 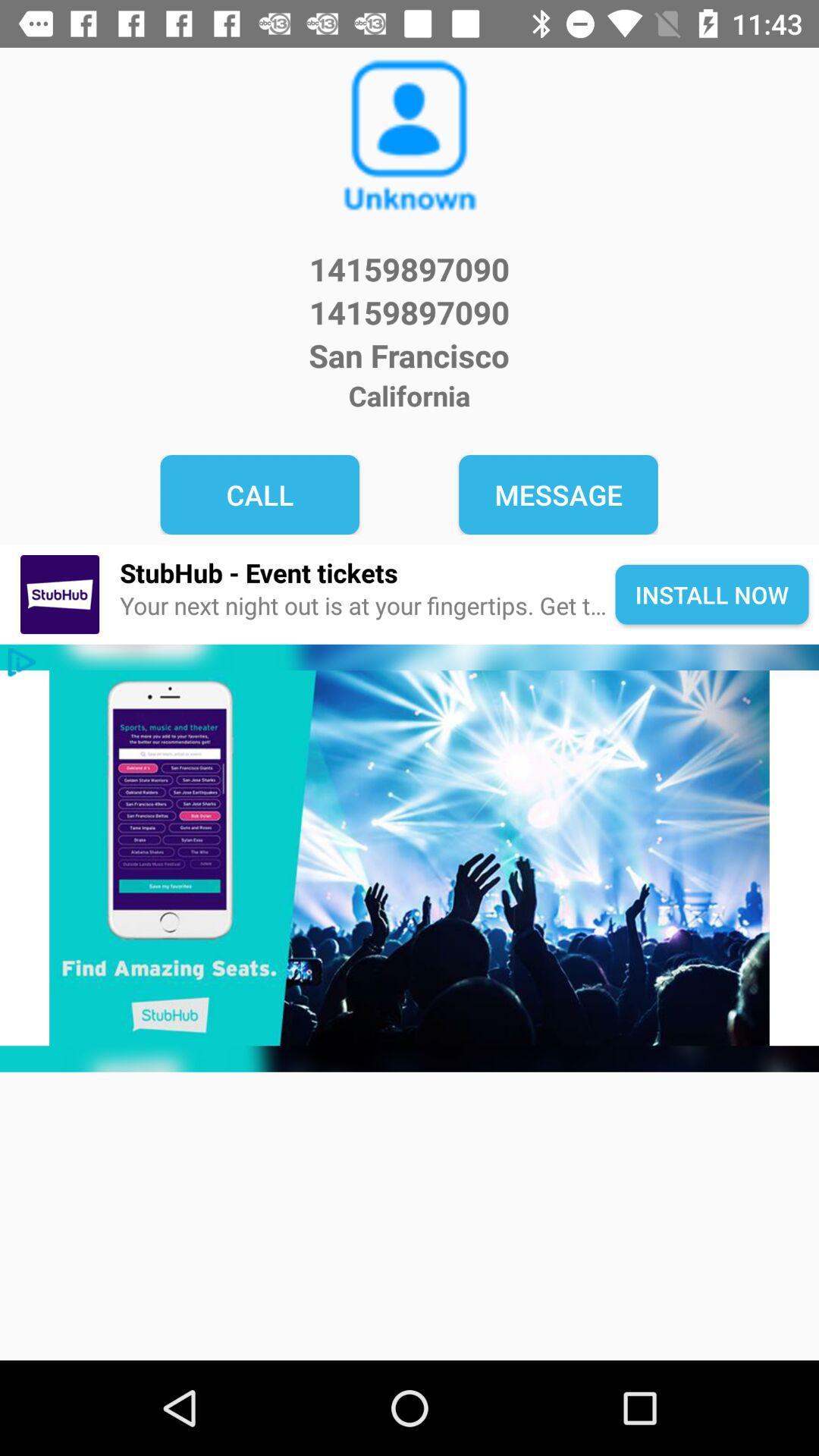 What do you see at coordinates (259, 494) in the screenshot?
I see `item next to the message icon` at bounding box center [259, 494].